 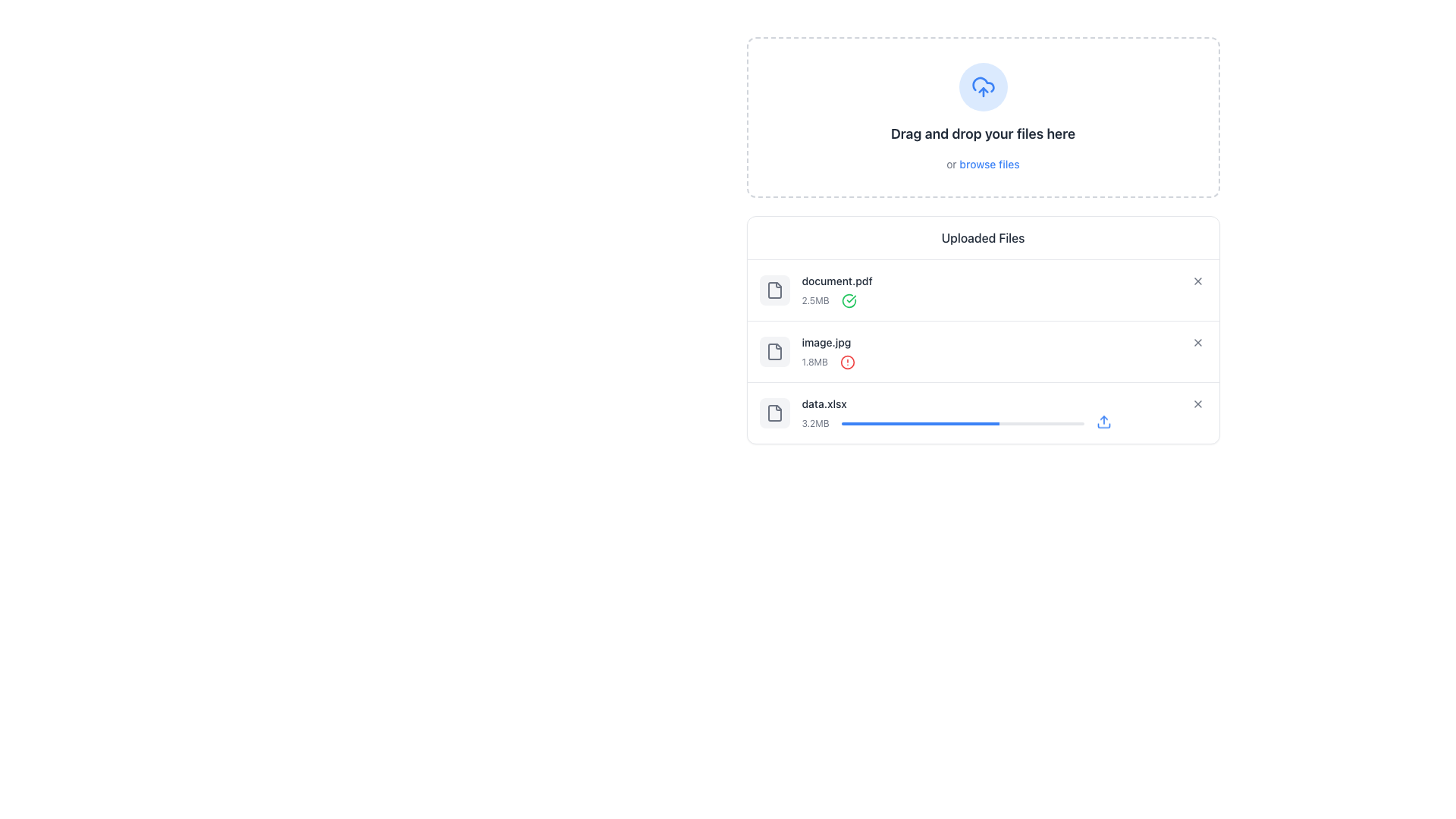 What do you see at coordinates (774, 351) in the screenshot?
I see `the gray-colored file icon with rounded corners and a paper-like tab, which is centrally located in a group of file-related icons within a light gray rounded rectangle` at bounding box center [774, 351].